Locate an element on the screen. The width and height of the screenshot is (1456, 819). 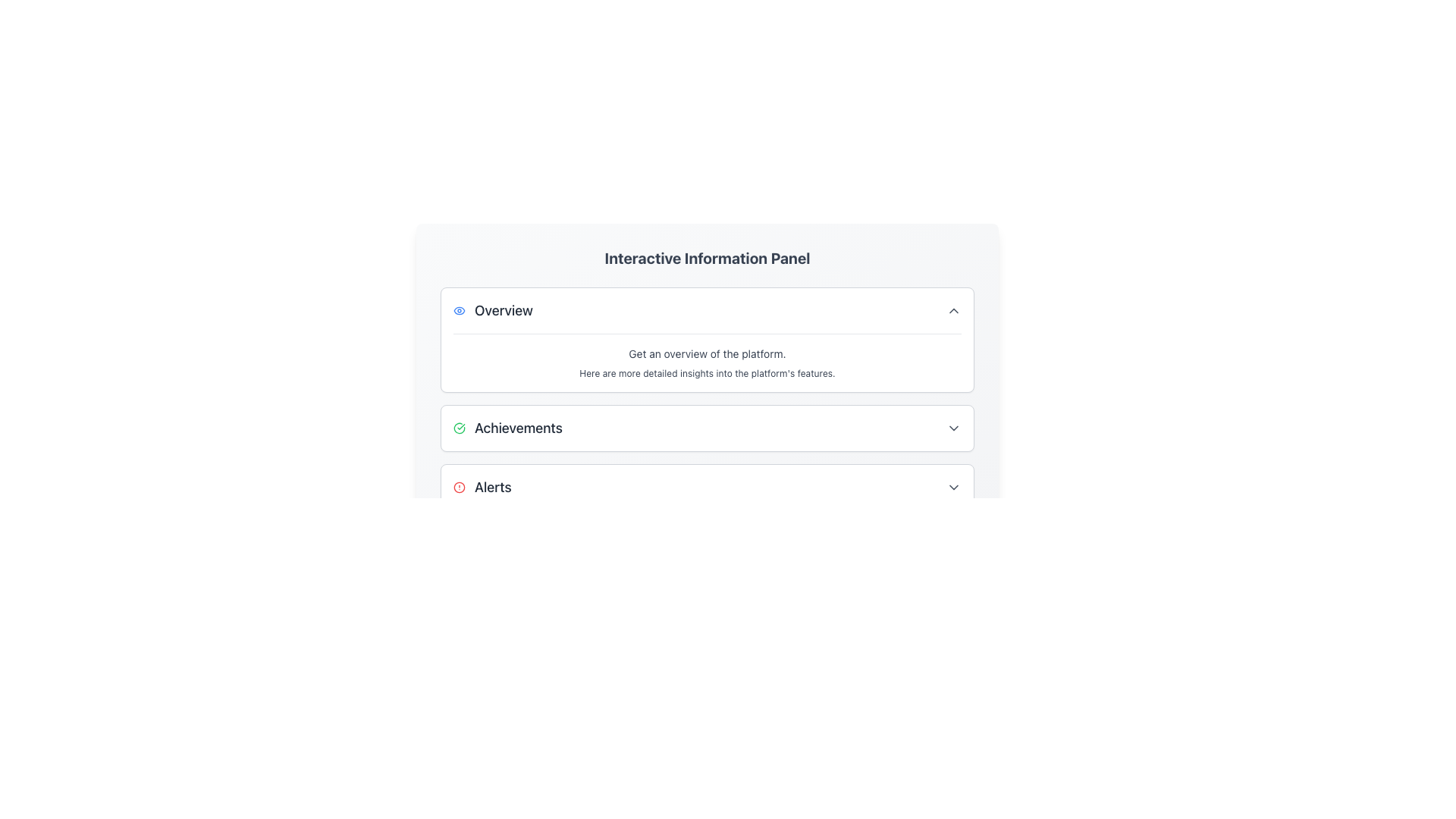
the Dropdown indicator icon (chevron design) located in the top-right corner of the 'Alerts' section is located at coordinates (952, 488).